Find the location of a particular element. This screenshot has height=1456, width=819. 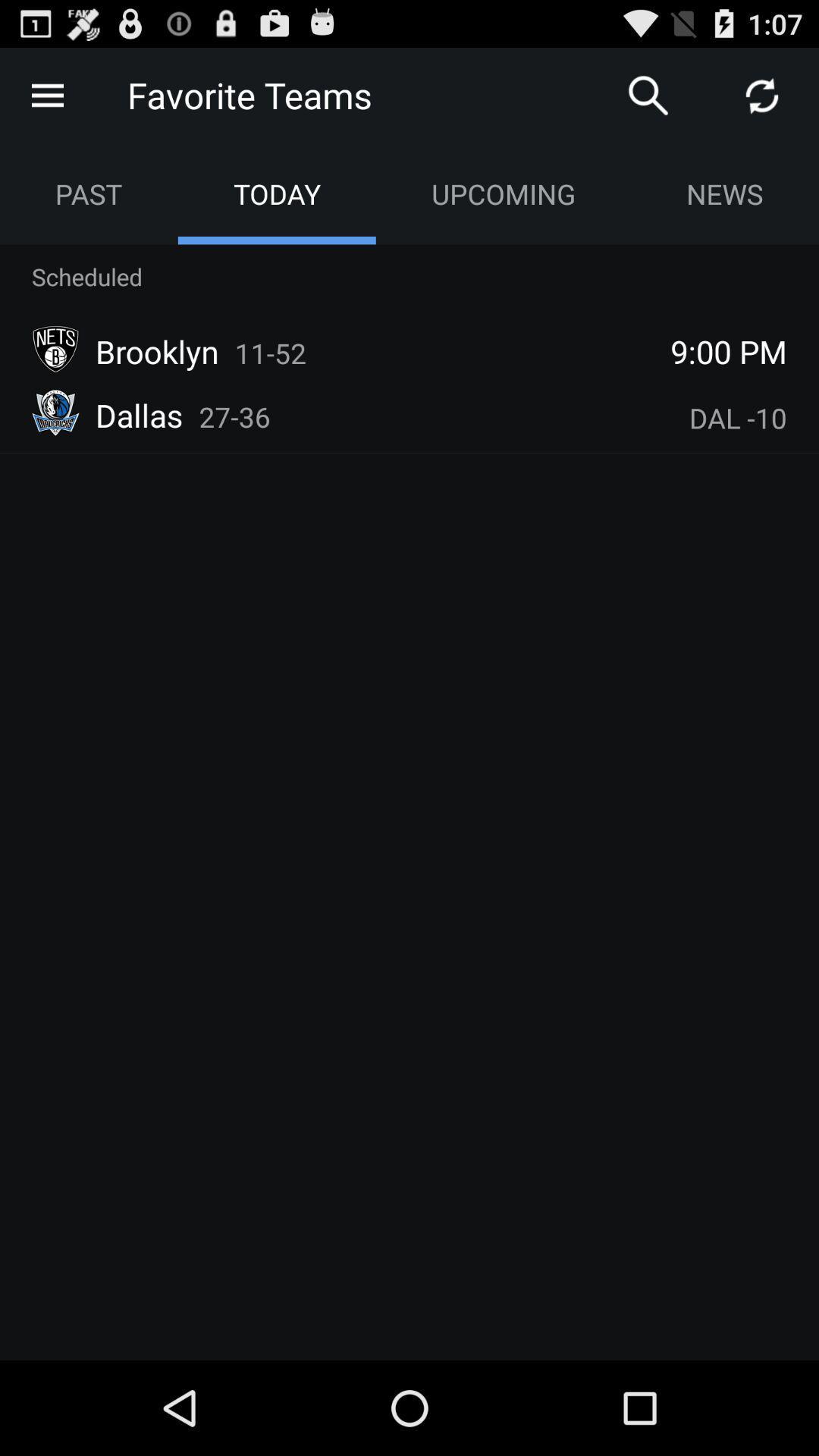

icon next to the brooklyn is located at coordinates (270, 352).